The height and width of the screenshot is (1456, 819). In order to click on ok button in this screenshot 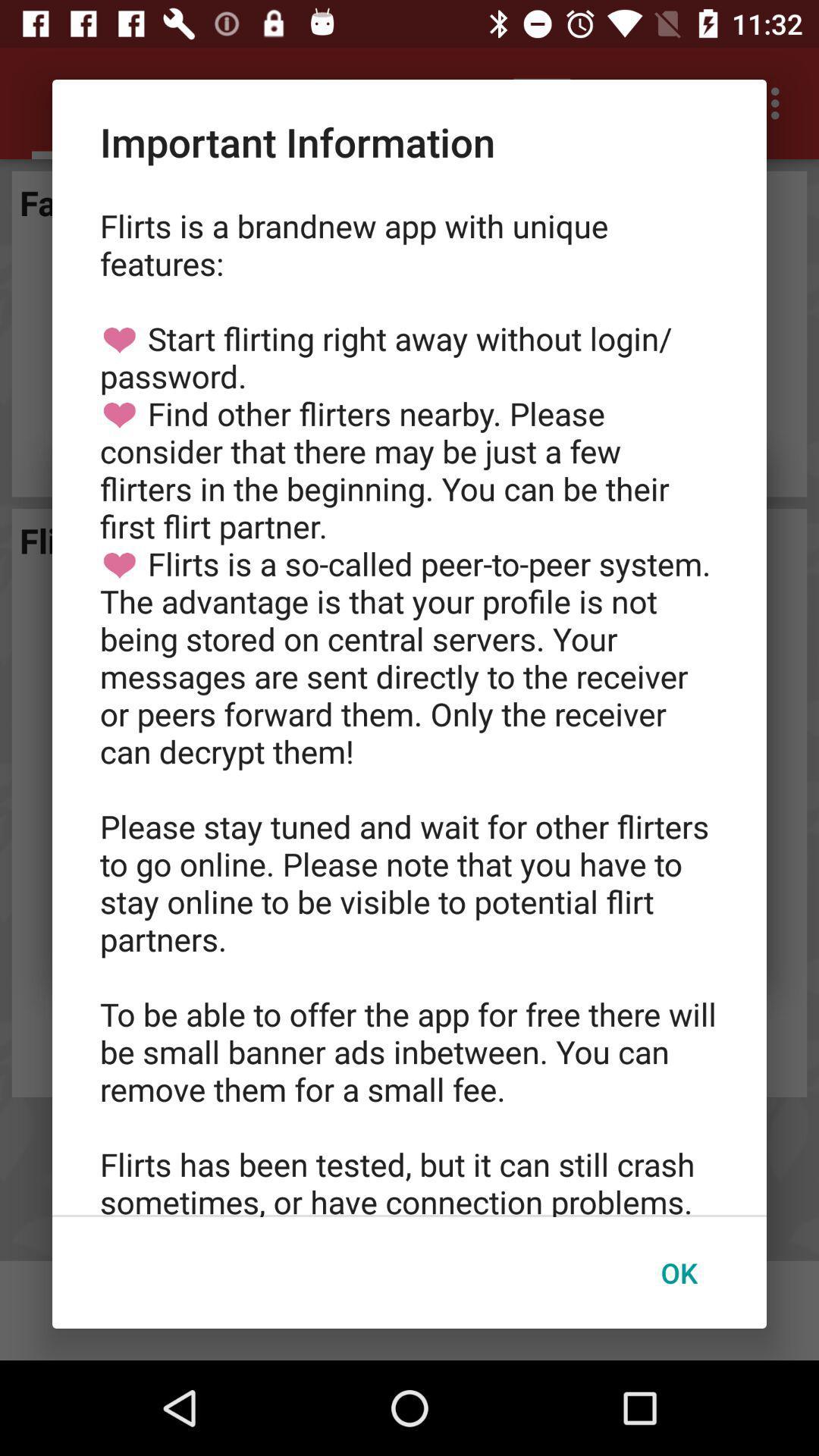, I will do `click(678, 1272)`.